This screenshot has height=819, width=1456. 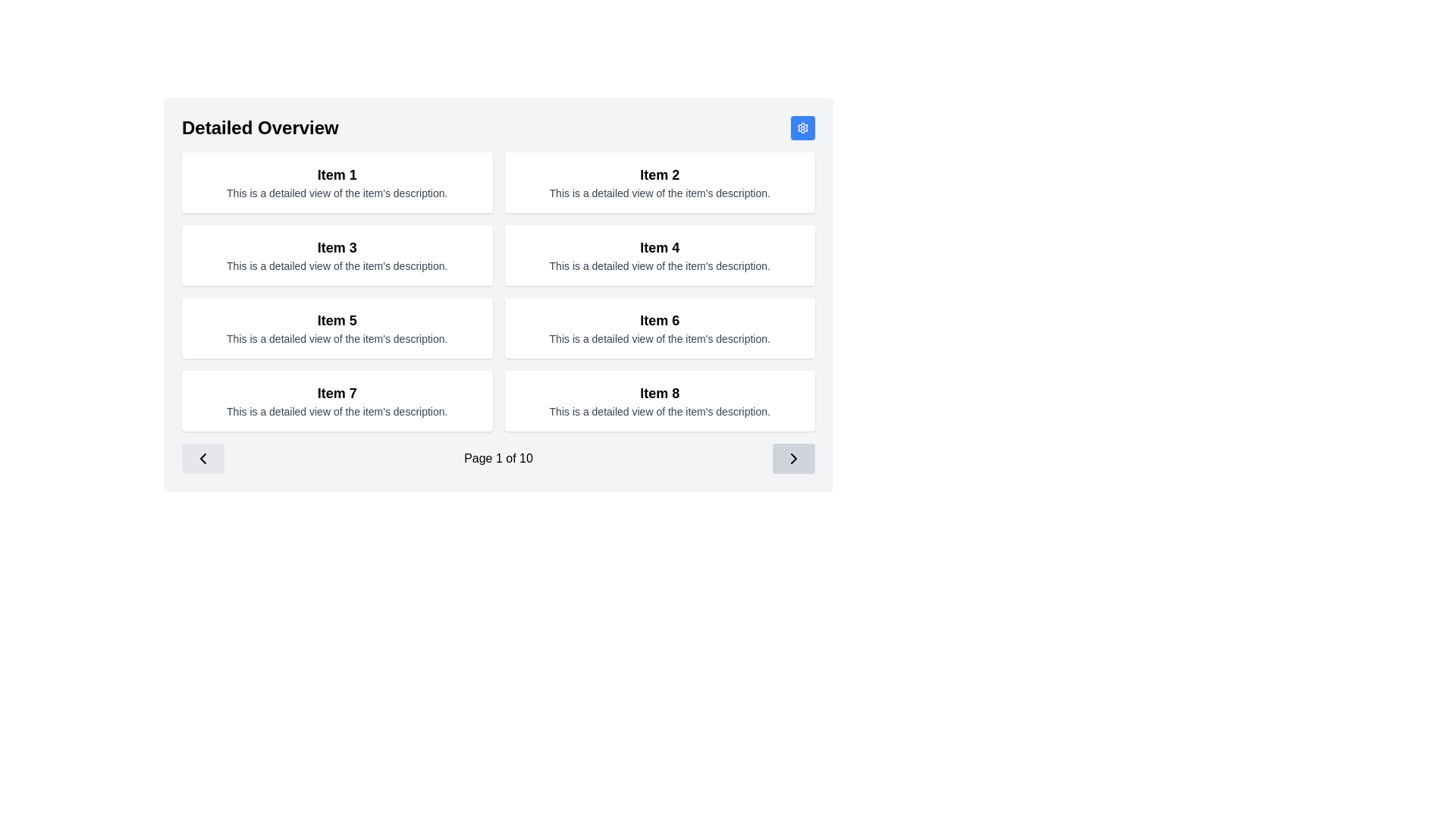 I want to click on text content of the Text Label that serves as the header for the card in the second column of the top row in the grid layout, so click(x=660, y=174).